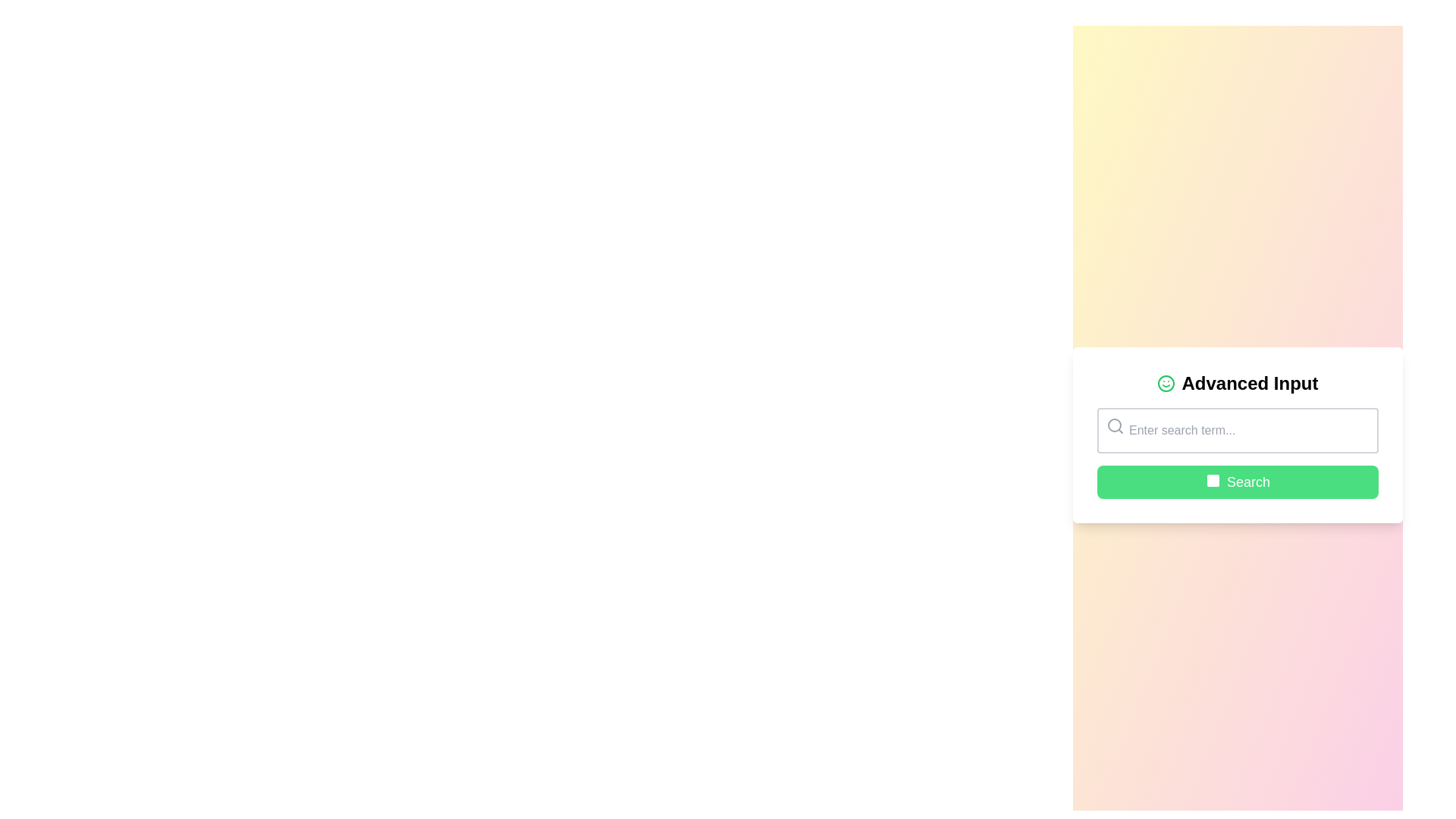 The width and height of the screenshot is (1456, 819). Describe the element at coordinates (1166, 382) in the screenshot. I see `the decorative icon located to the left of the 'Advanced Input' text in the header content` at that location.